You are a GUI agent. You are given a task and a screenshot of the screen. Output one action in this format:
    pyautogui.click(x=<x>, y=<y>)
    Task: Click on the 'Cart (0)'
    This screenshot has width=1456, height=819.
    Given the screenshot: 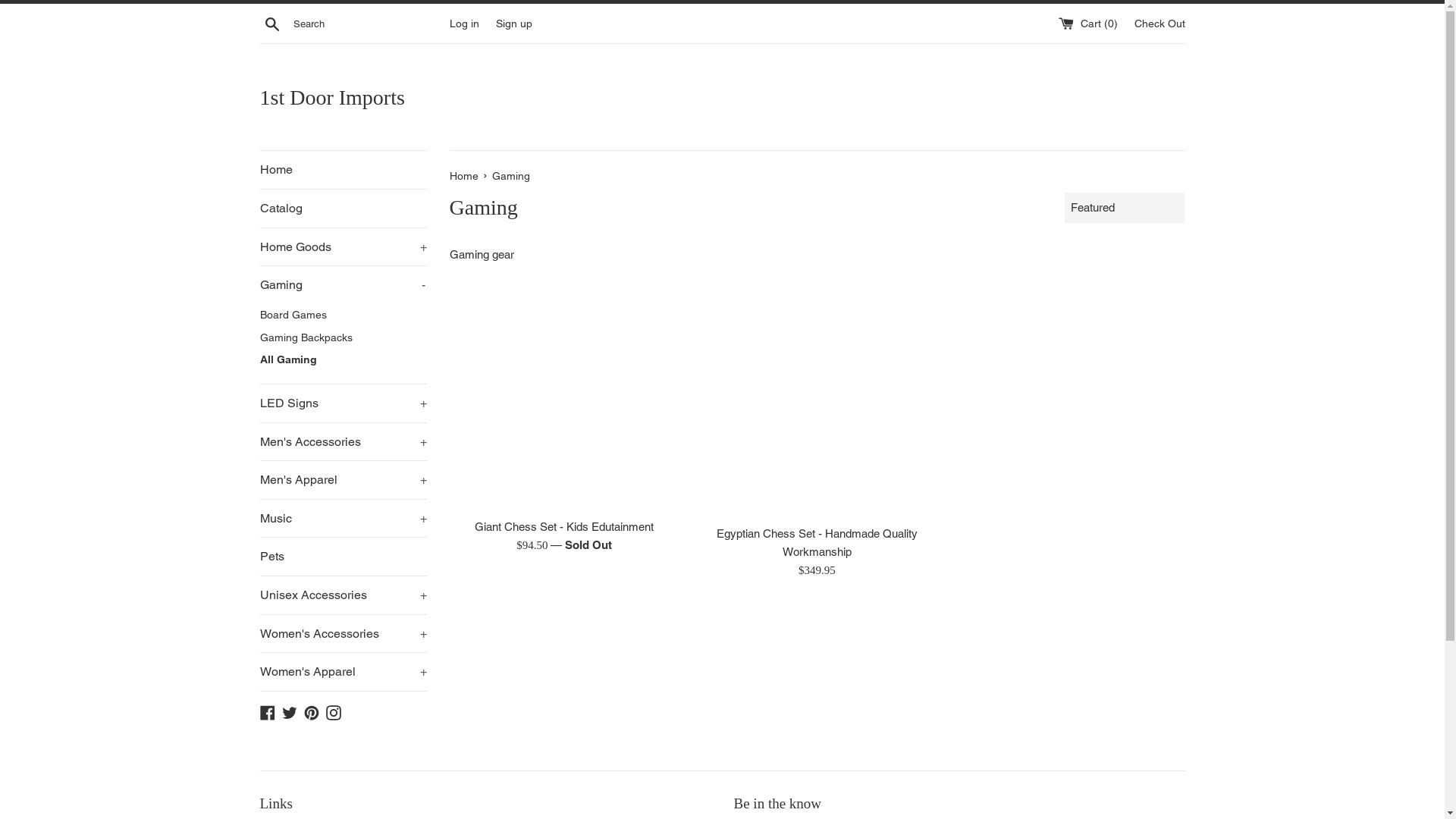 What is the action you would take?
    pyautogui.click(x=1088, y=23)
    